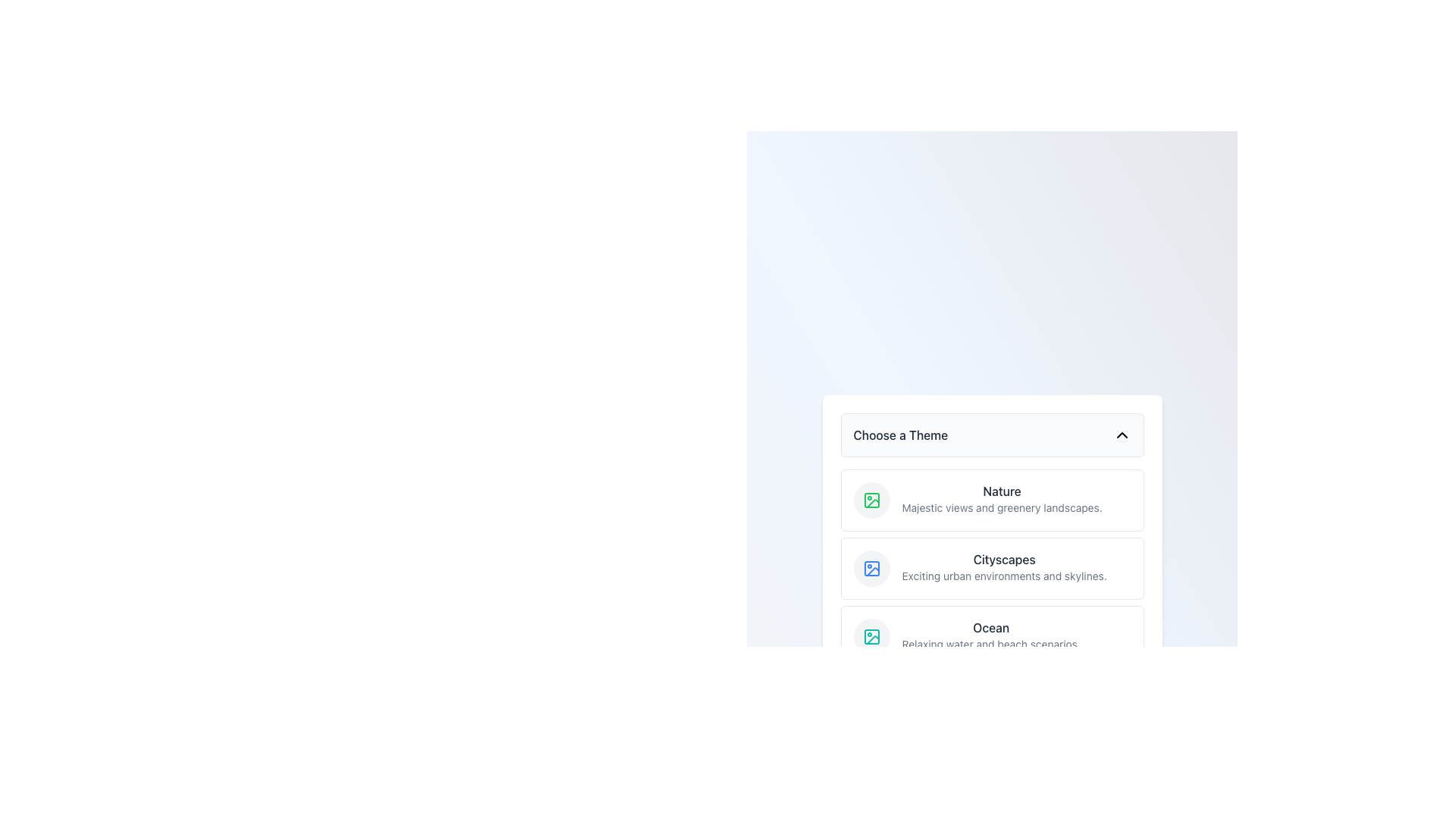  What do you see at coordinates (871, 637) in the screenshot?
I see `the Decorative icon associated with the 'Ocean' theme located in the third row under the 'Choose a Theme' heading` at bounding box center [871, 637].